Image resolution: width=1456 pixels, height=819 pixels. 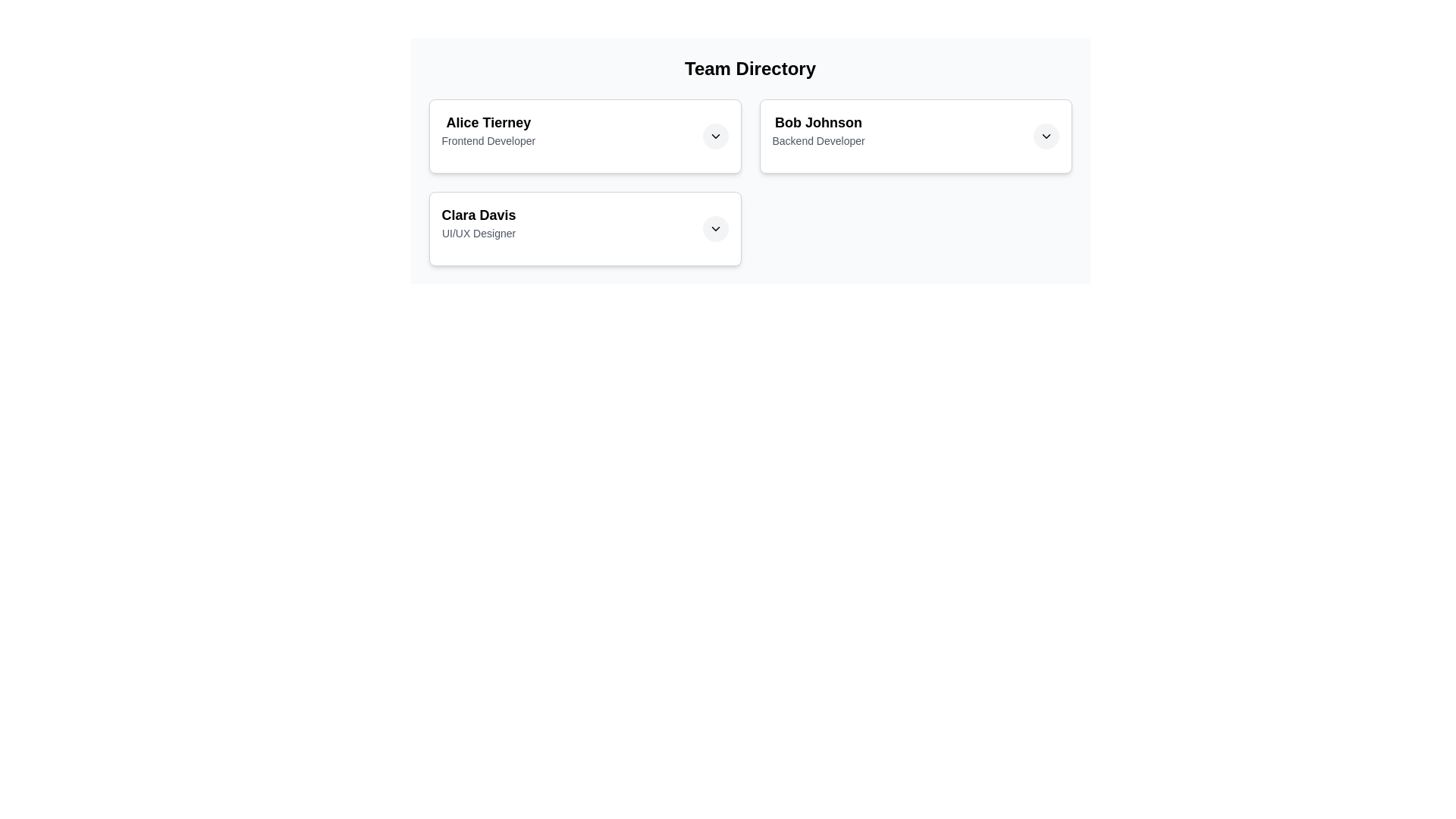 What do you see at coordinates (714, 136) in the screenshot?
I see `the small circular button with a chevron-down icon located in the top-right corner of the card for 'Alice Tierney - Frontend Developer'` at bounding box center [714, 136].